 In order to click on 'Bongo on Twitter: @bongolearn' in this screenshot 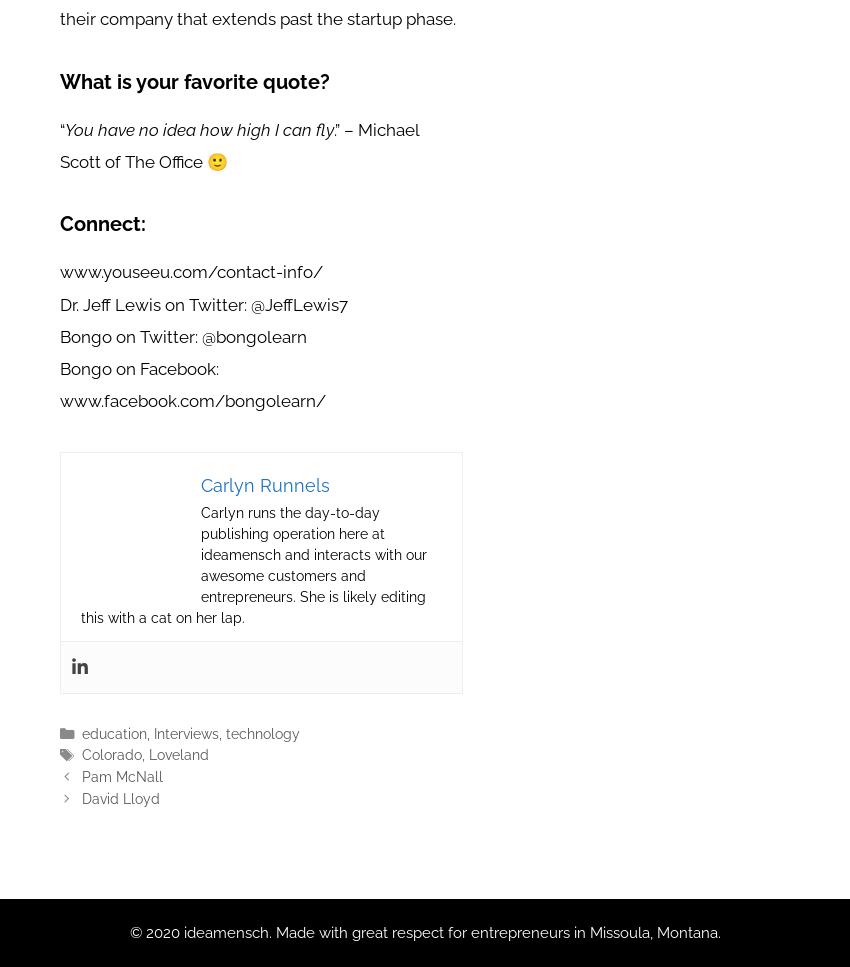, I will do `click(182, 335)`.